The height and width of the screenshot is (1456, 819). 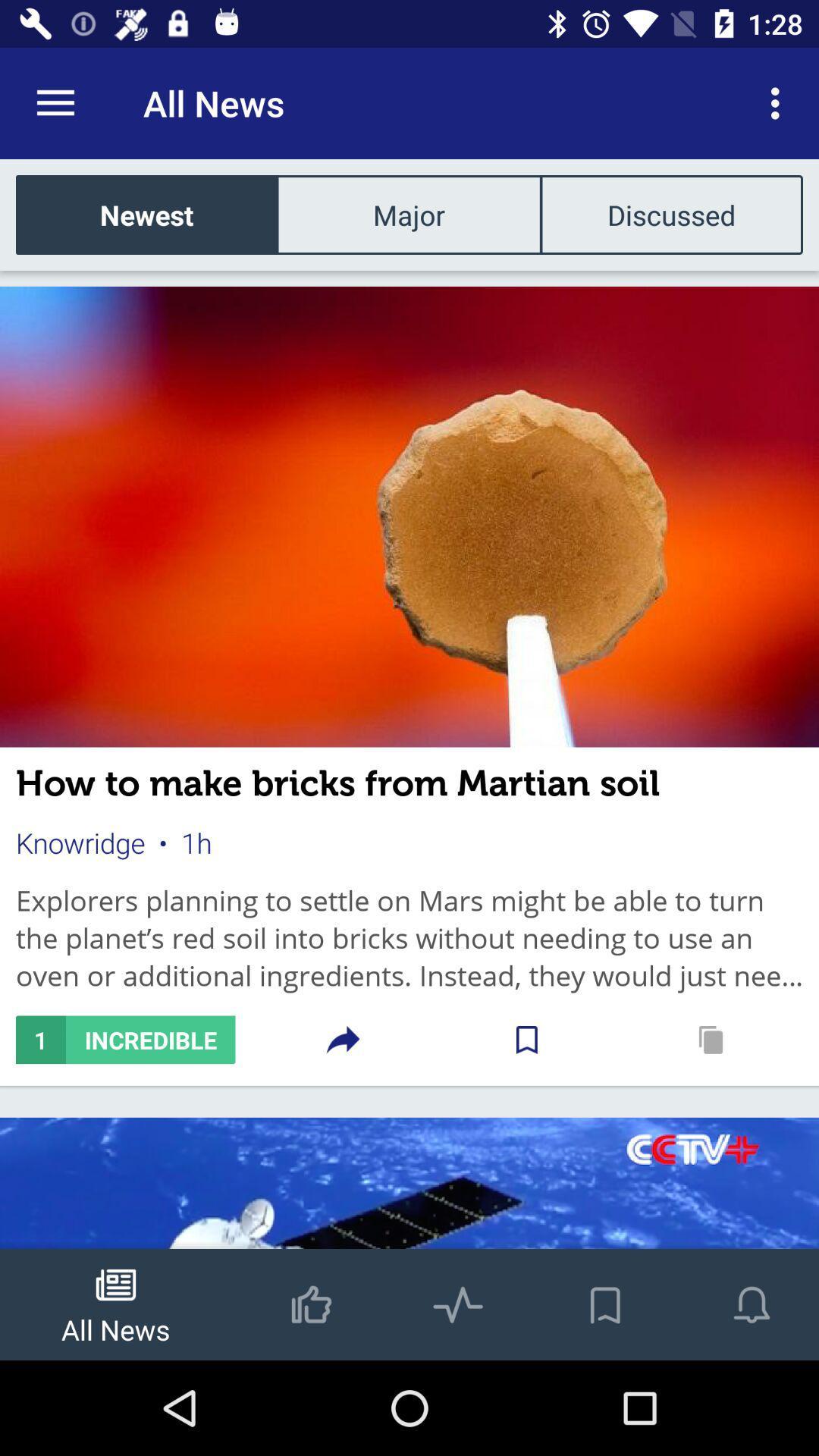 What do you see at coordinates (670, 214) in the screenshot?
I see `discussed icon` at bounding box center [670, 214].